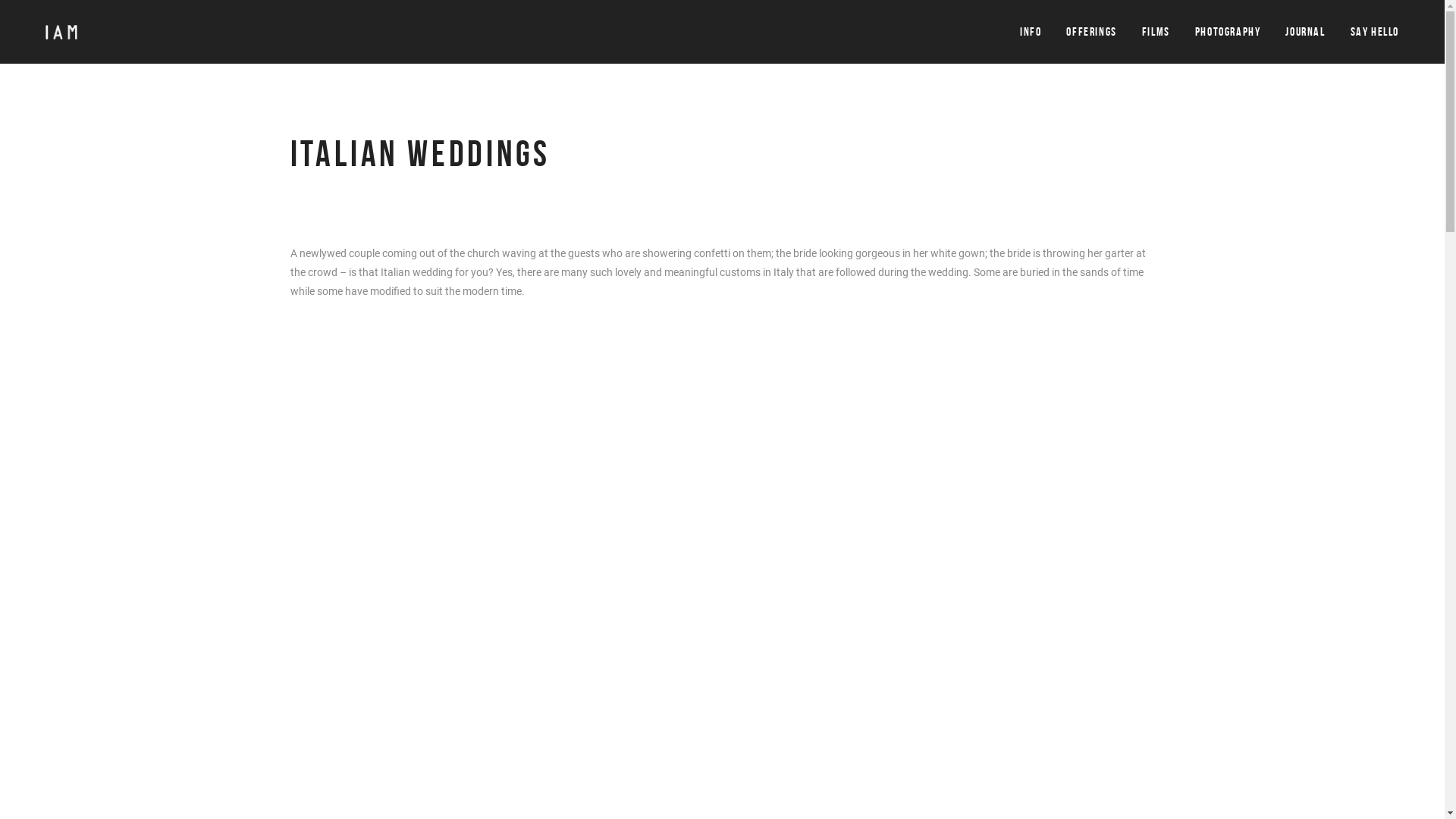  What do you see at coordinates (535, 674) in the screenshot?
I see `'Subscribe'` at bounding box center [535, 674].